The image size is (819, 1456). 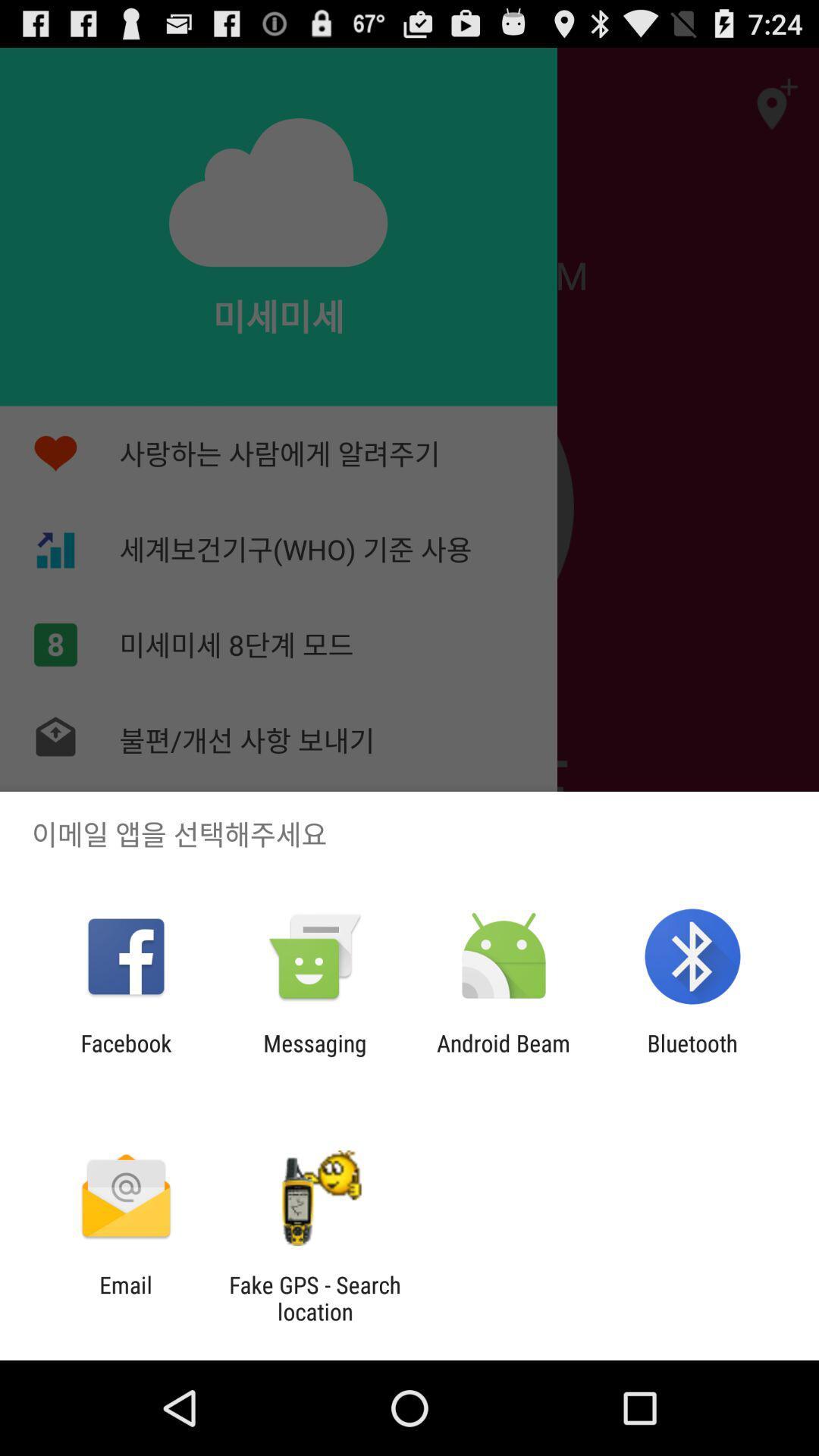 I want to click on icon to the left of messaging item, so click(x=125, y=1056).